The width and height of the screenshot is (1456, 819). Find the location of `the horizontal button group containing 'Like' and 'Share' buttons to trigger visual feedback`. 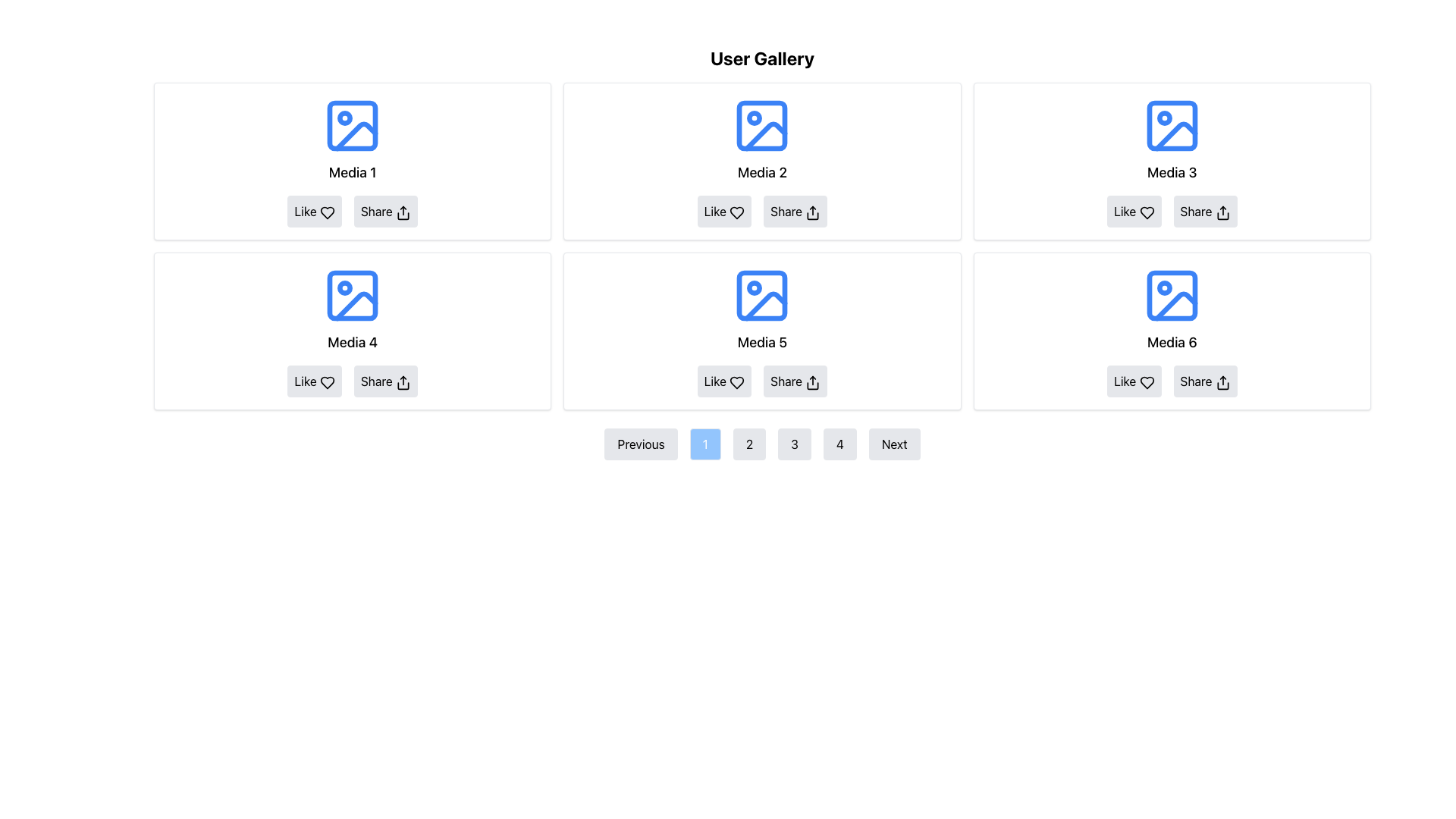

the horizontal button group containing 'Like' and 'Share' buttons to trigger visual feedback is located at coordinates (762, 380).